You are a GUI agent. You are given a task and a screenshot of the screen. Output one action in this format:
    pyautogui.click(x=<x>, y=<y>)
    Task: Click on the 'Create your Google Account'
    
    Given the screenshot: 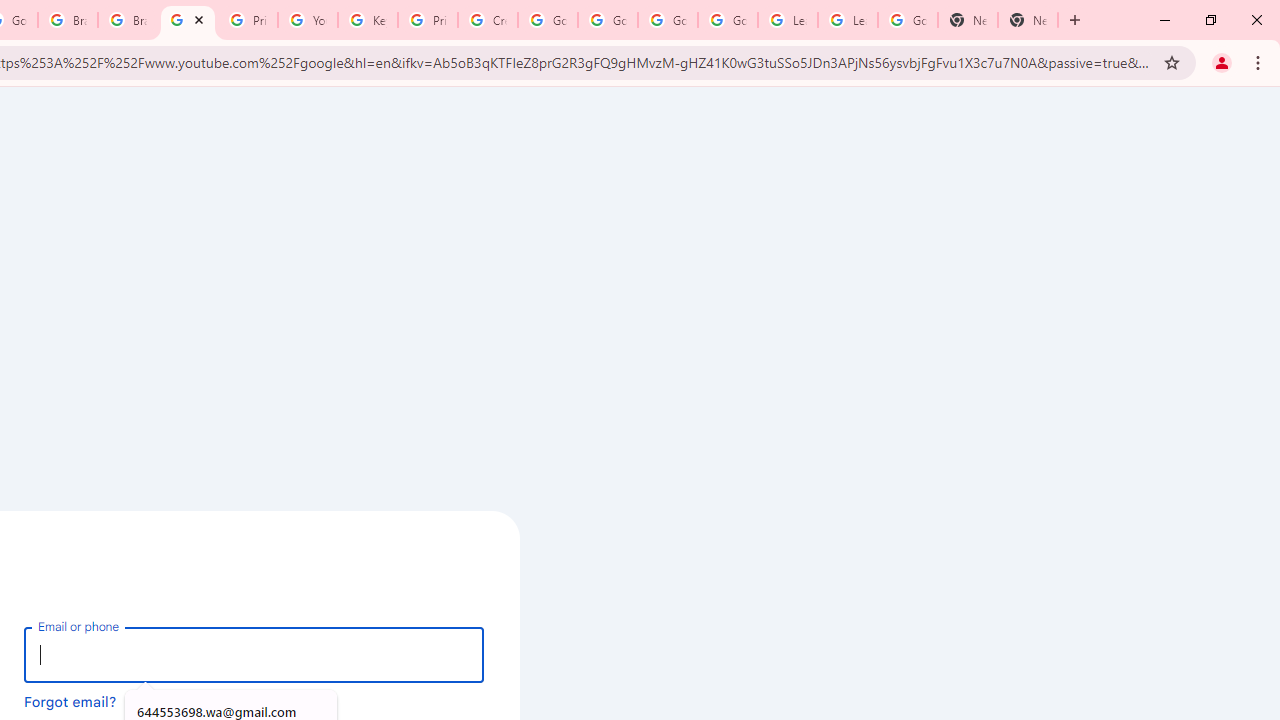 What is the action you would take?
    pyautogui.click(x=488, y=20)
    